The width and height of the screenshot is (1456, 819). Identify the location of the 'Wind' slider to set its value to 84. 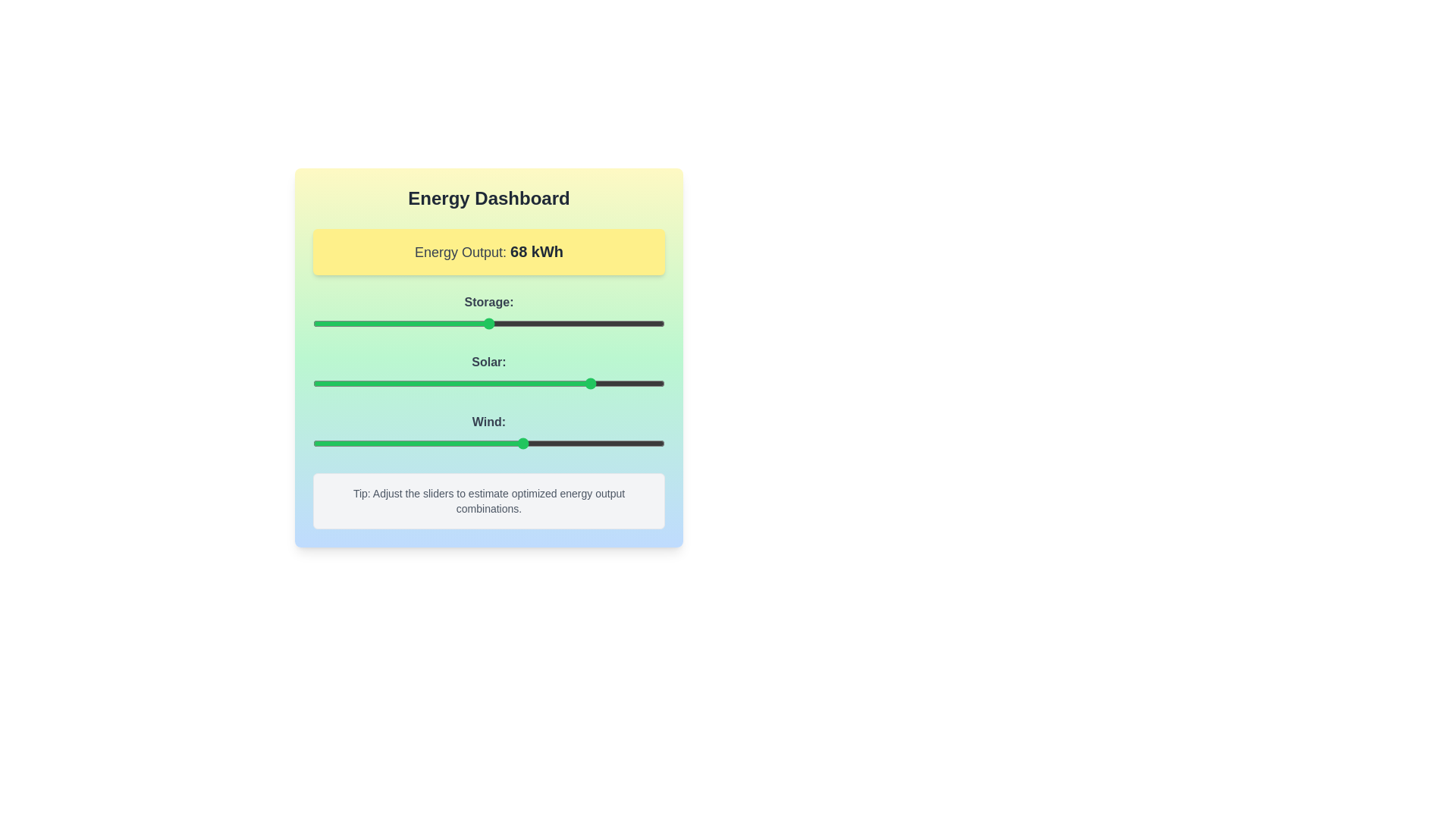
(608, 444).